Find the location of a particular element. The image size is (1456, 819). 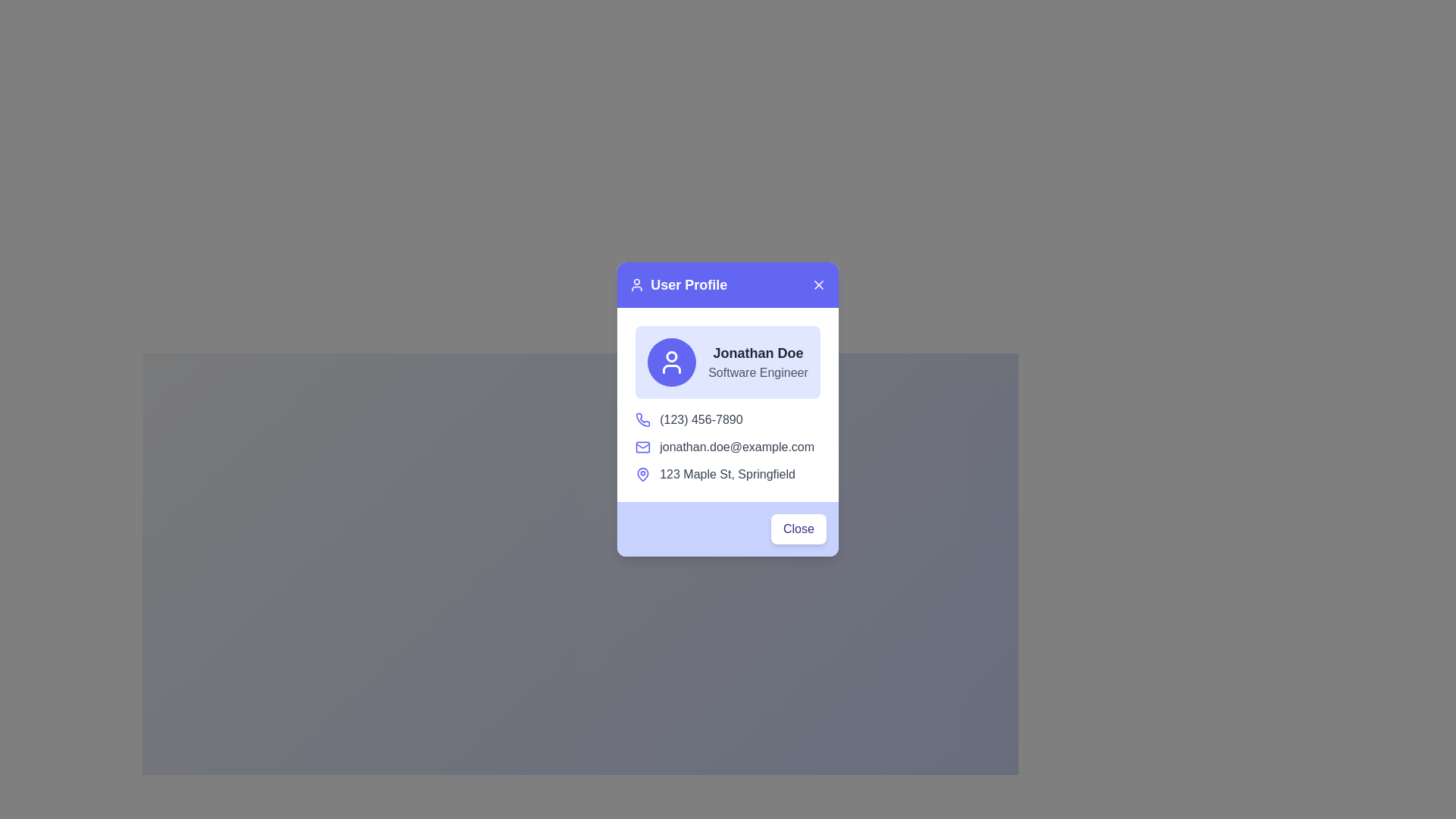

the Text with Icon displaying the user's address information, located at the bottom of the contact information group in the user profile dialog is located at coordinates (728, 473).